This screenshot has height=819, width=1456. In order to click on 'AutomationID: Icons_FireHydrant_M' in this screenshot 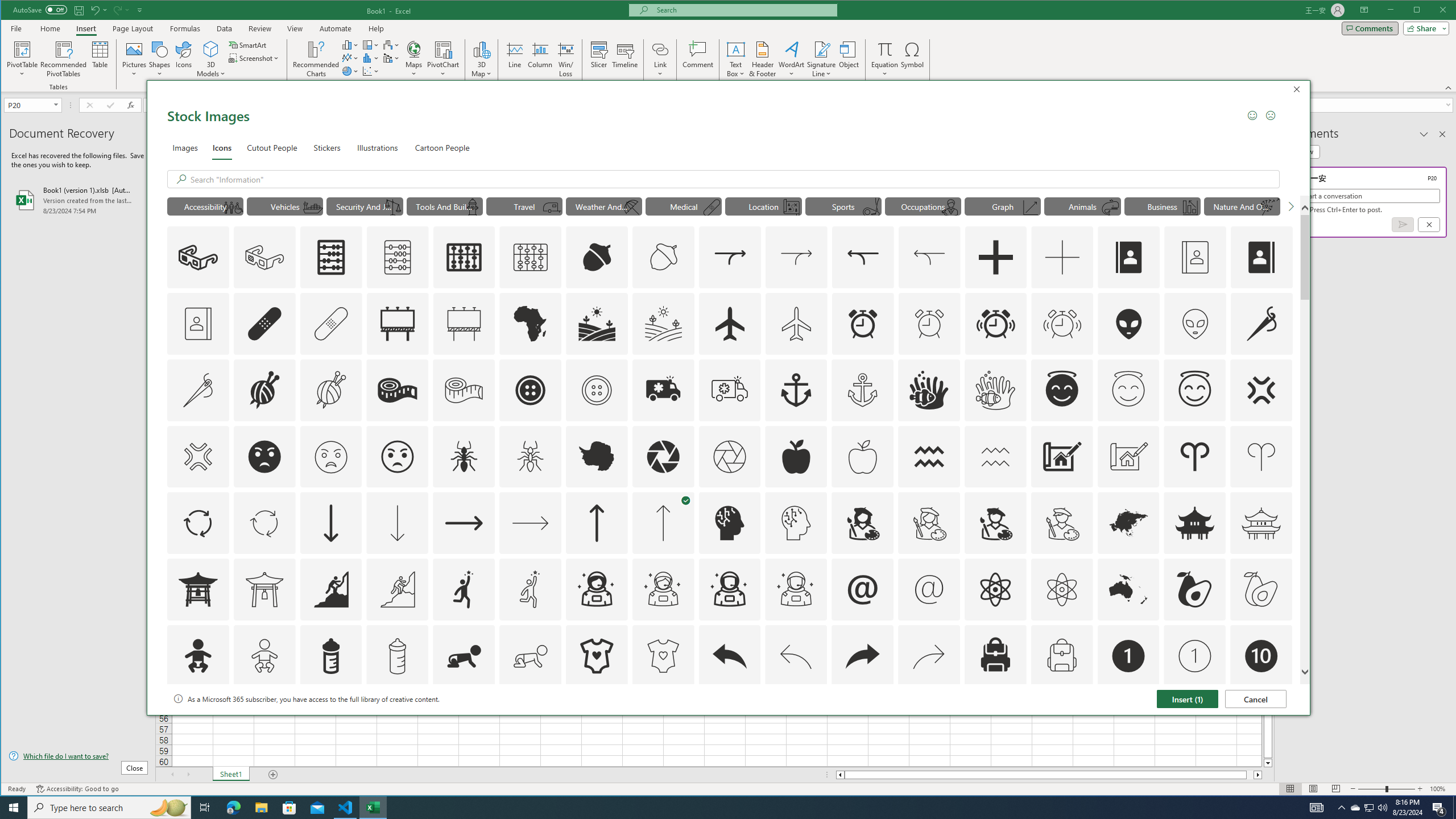, I will do `click(473, 207)`.